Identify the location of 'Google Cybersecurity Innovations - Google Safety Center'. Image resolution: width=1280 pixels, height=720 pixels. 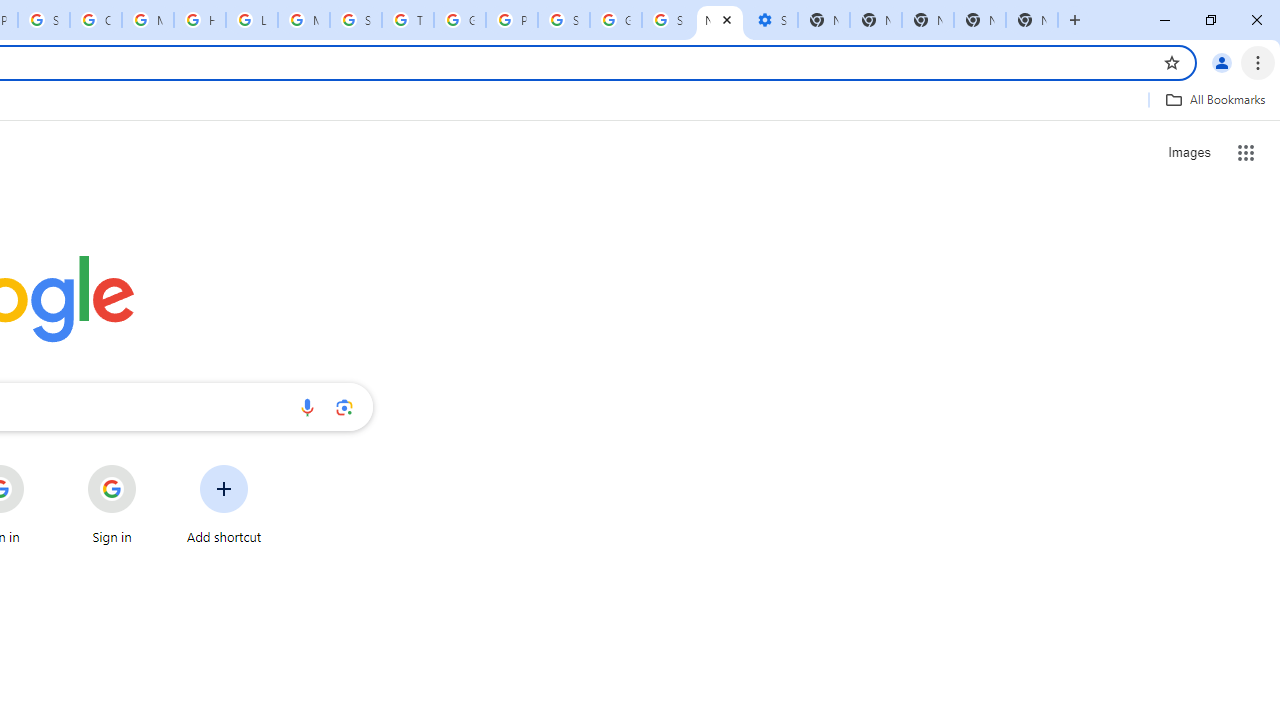
(615, 20).